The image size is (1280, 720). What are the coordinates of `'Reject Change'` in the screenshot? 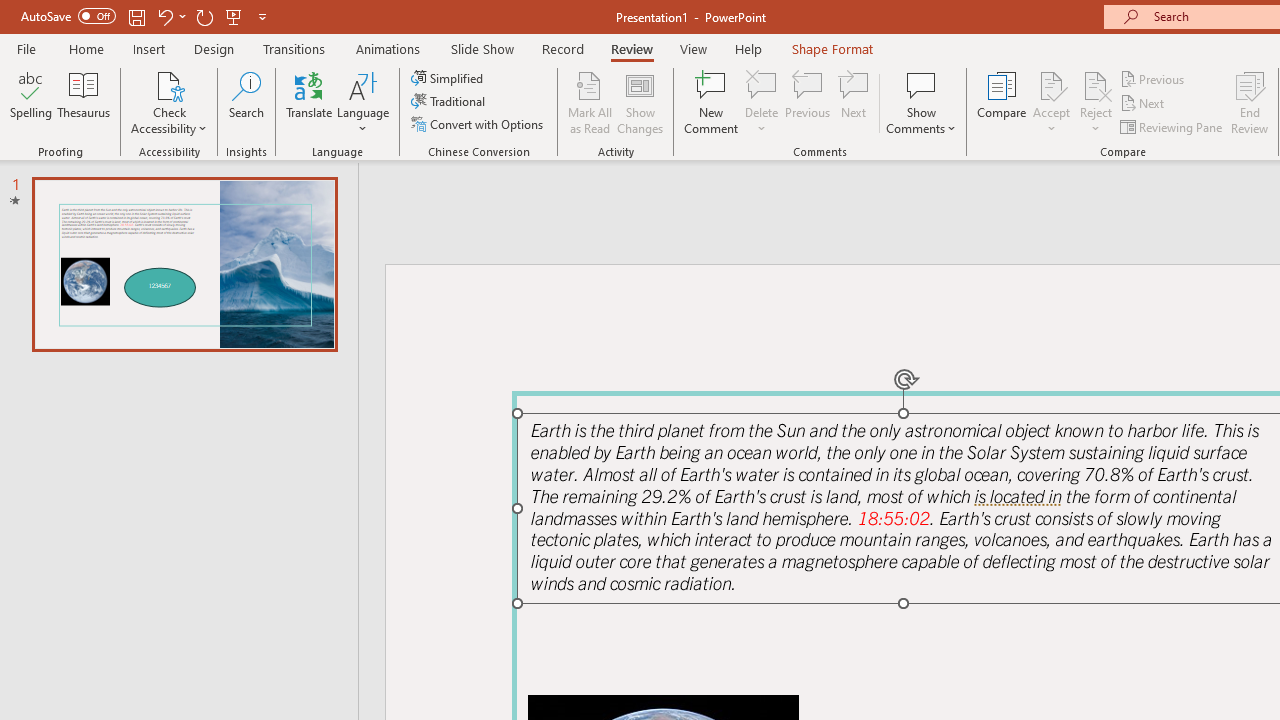 It's located at (1095, 84).